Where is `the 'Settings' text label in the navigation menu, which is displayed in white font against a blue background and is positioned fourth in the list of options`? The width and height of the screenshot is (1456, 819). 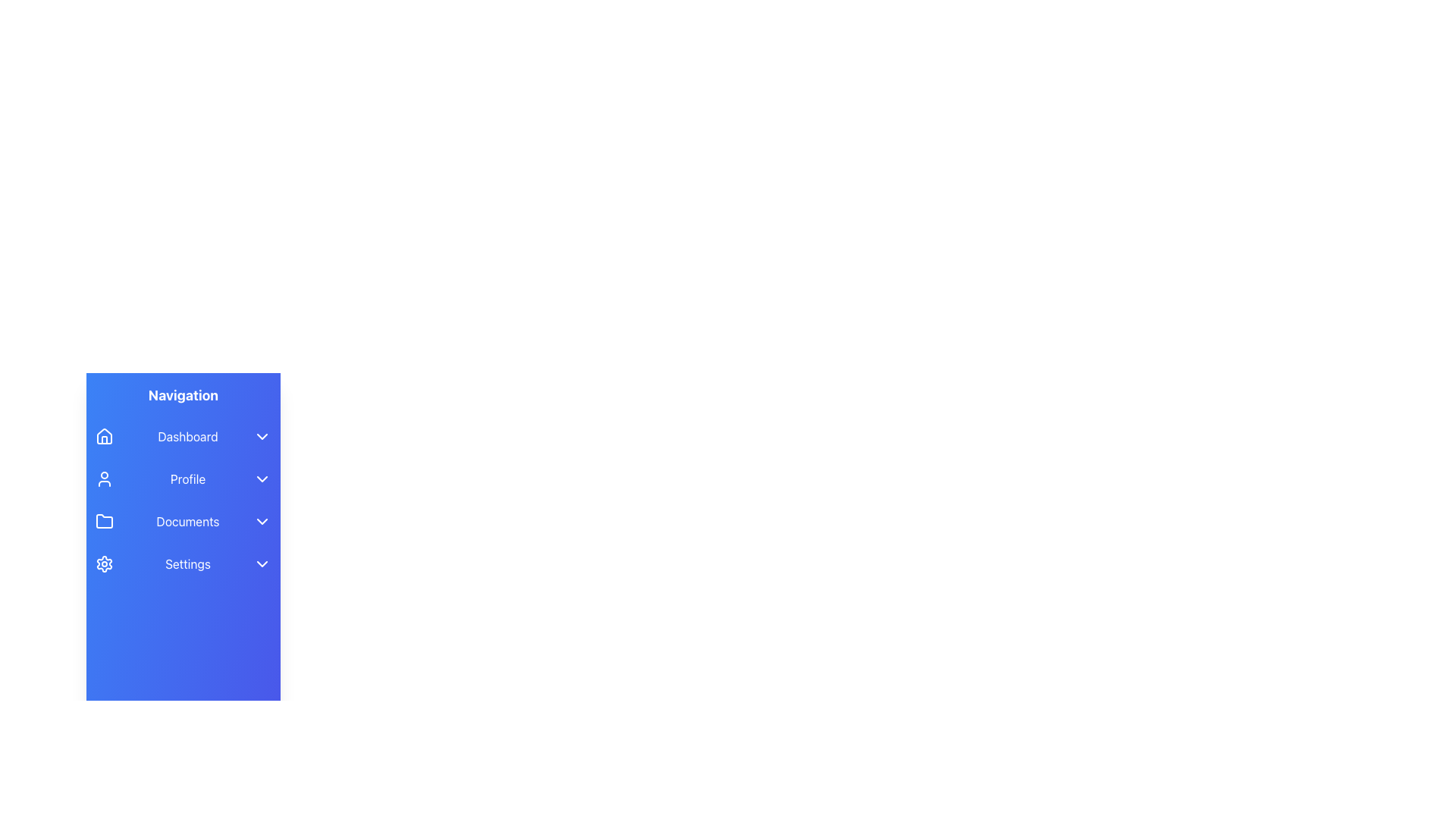 the 'Settings' text label in the navigation menu, which is displayed in white font against a blue background and is positioned fourth in the list of options is located at coordinates (187, 564).